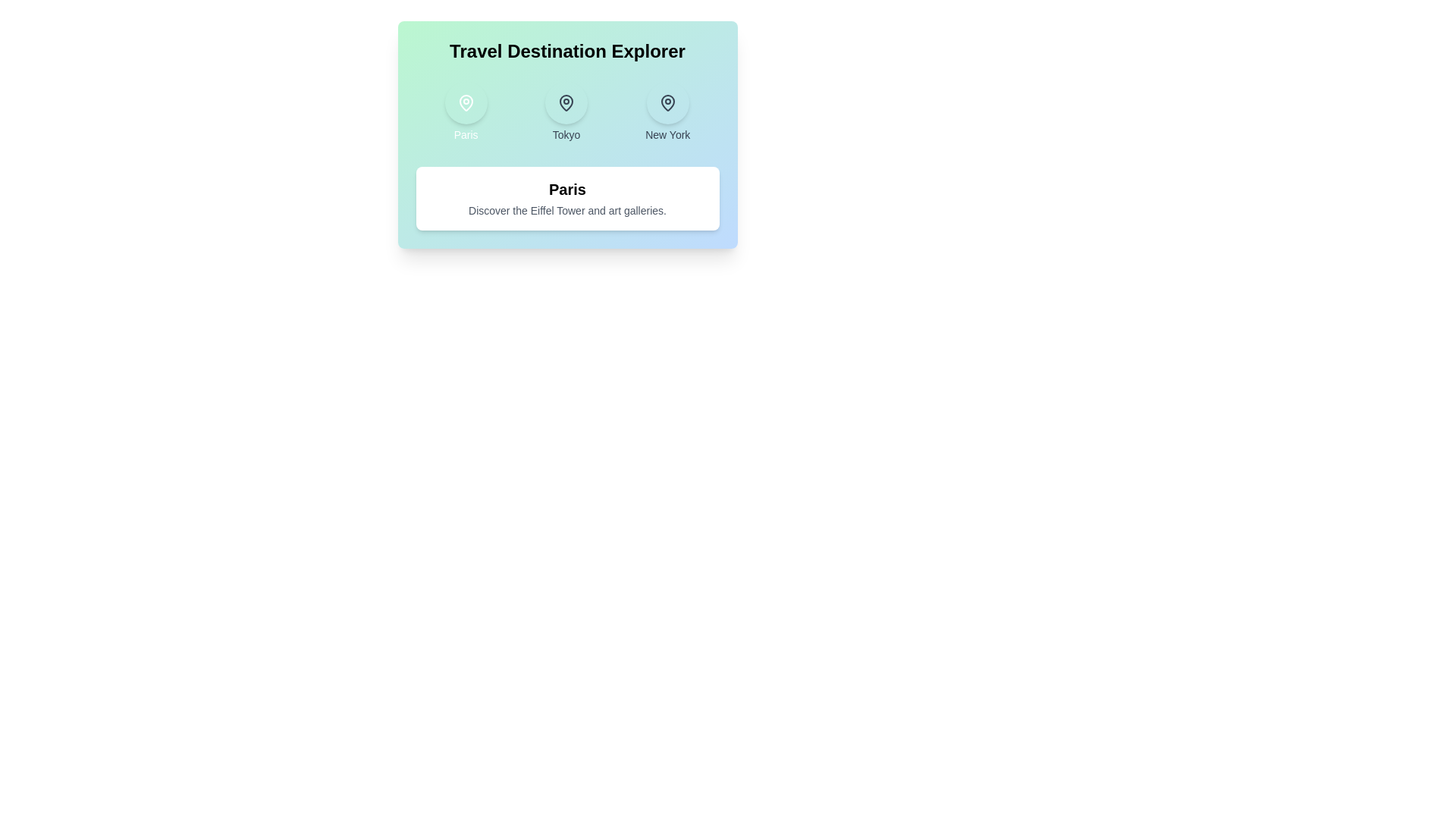 The width and height of the screenshot is (1456, 819). Describe the element at coordinates (667, 133) in the screenshot. I see `the text label displaying 'New York', which is part of a clickable button styled in dark gray within a rounded rectangular area, located at the bottom of a vertically stacked group of destination options` at that location.